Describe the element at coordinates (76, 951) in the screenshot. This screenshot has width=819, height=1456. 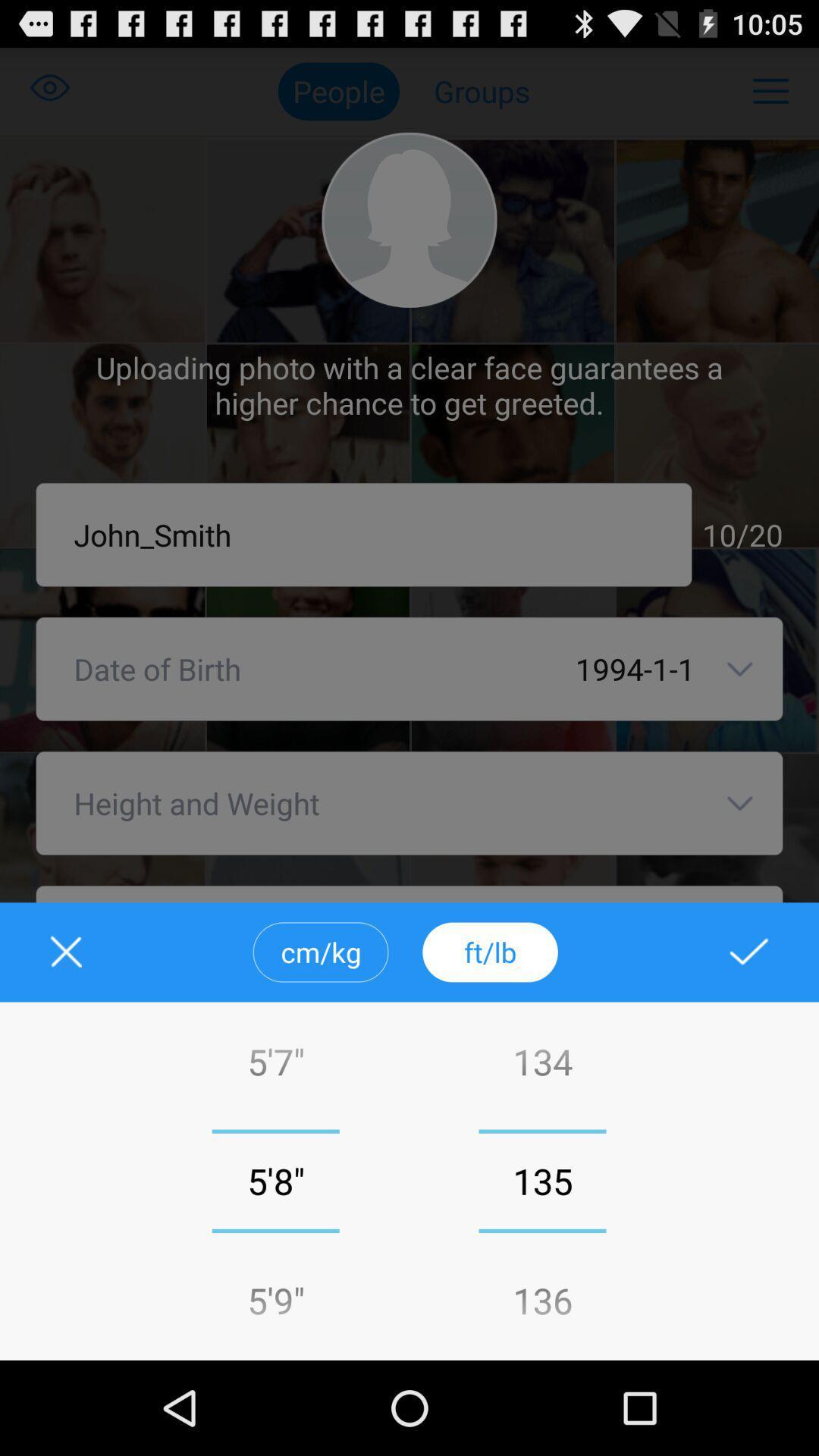
I see `closed` at that location.